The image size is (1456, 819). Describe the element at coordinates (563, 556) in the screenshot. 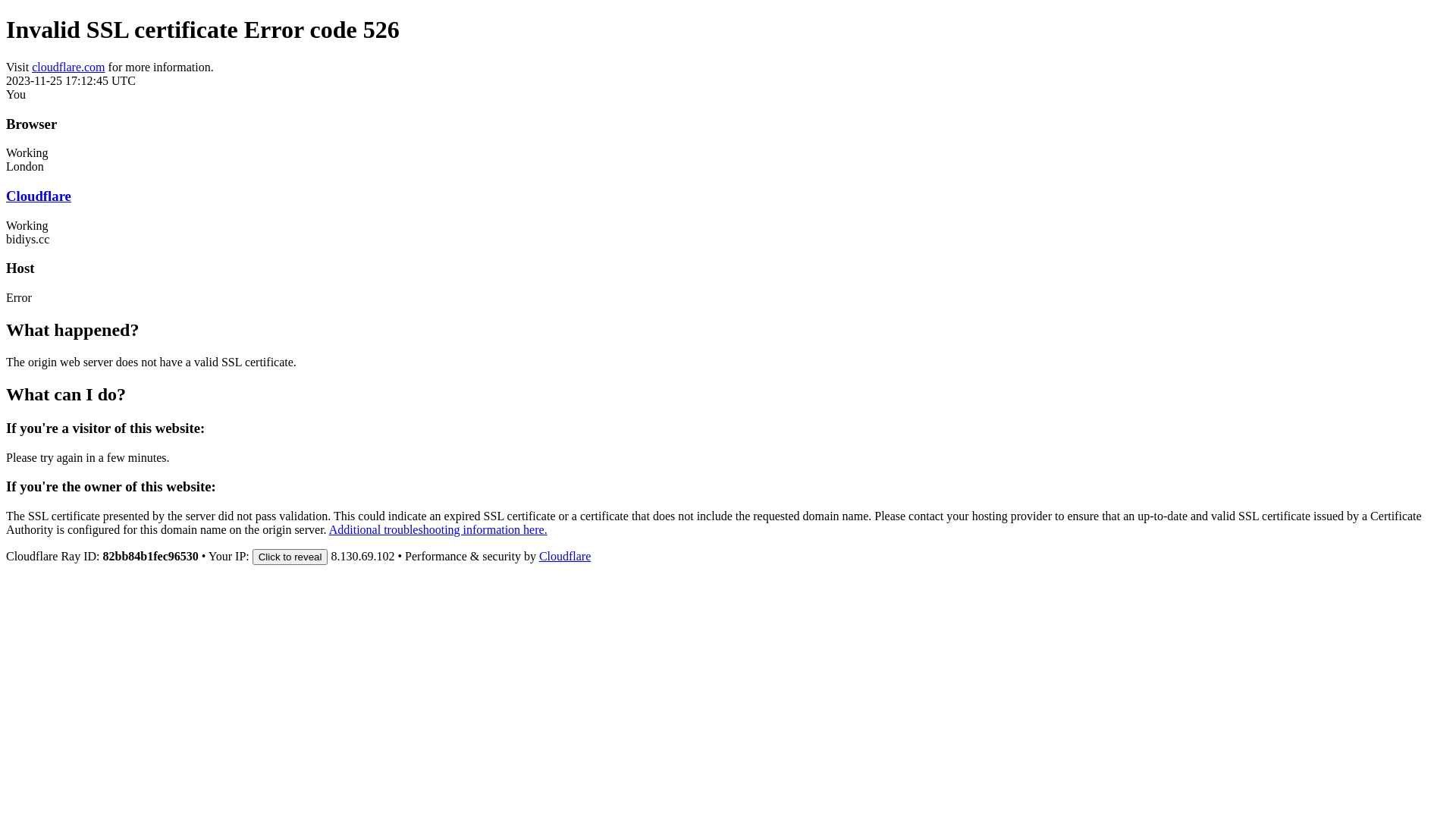

I see `'Cloudflare'` at that location.